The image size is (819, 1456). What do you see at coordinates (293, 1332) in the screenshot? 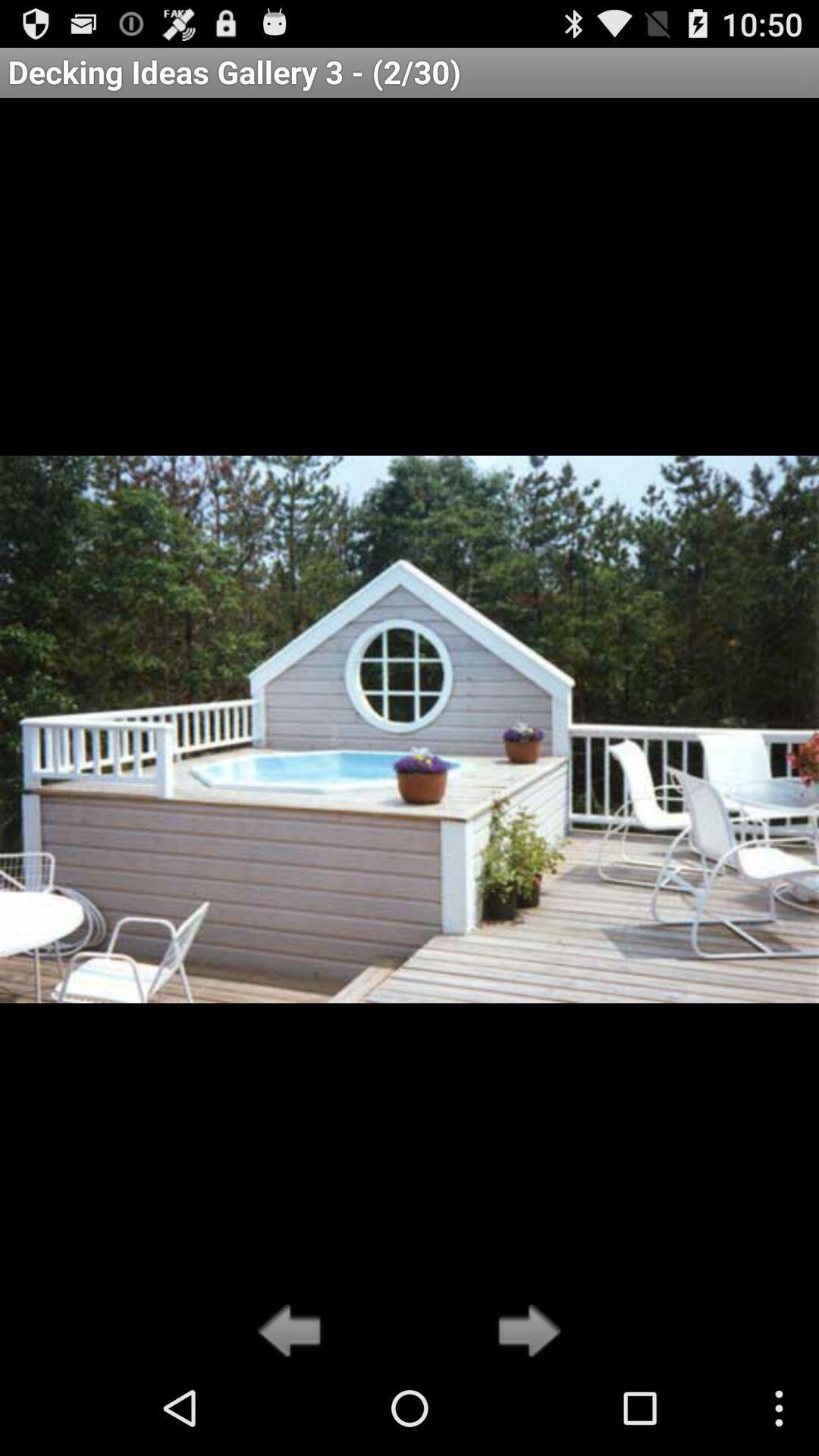
I see `go back` at bounding box center [293, 1332].